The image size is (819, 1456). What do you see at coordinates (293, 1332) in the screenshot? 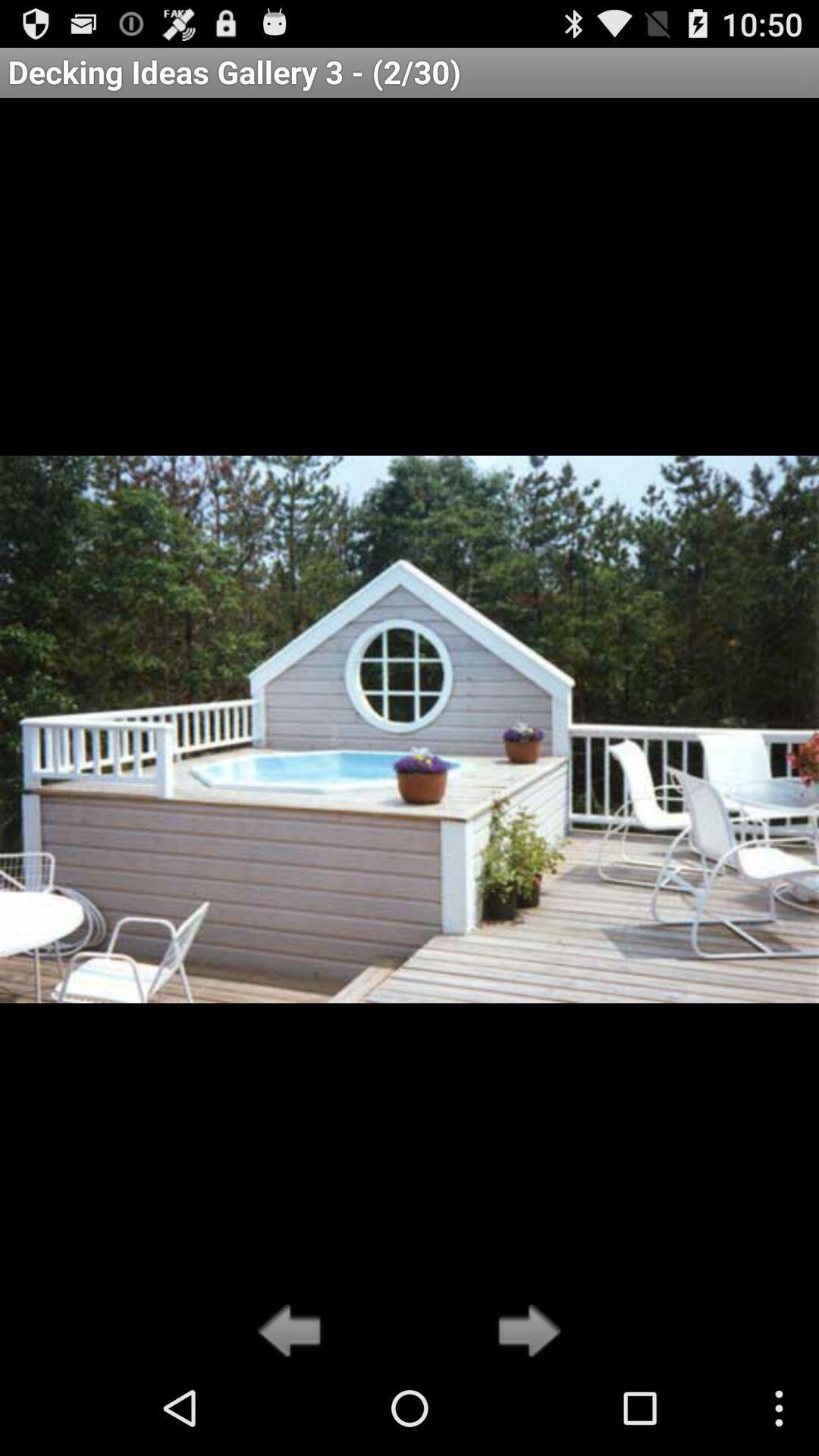
I see `go back` at bounding box center [293, 1332].